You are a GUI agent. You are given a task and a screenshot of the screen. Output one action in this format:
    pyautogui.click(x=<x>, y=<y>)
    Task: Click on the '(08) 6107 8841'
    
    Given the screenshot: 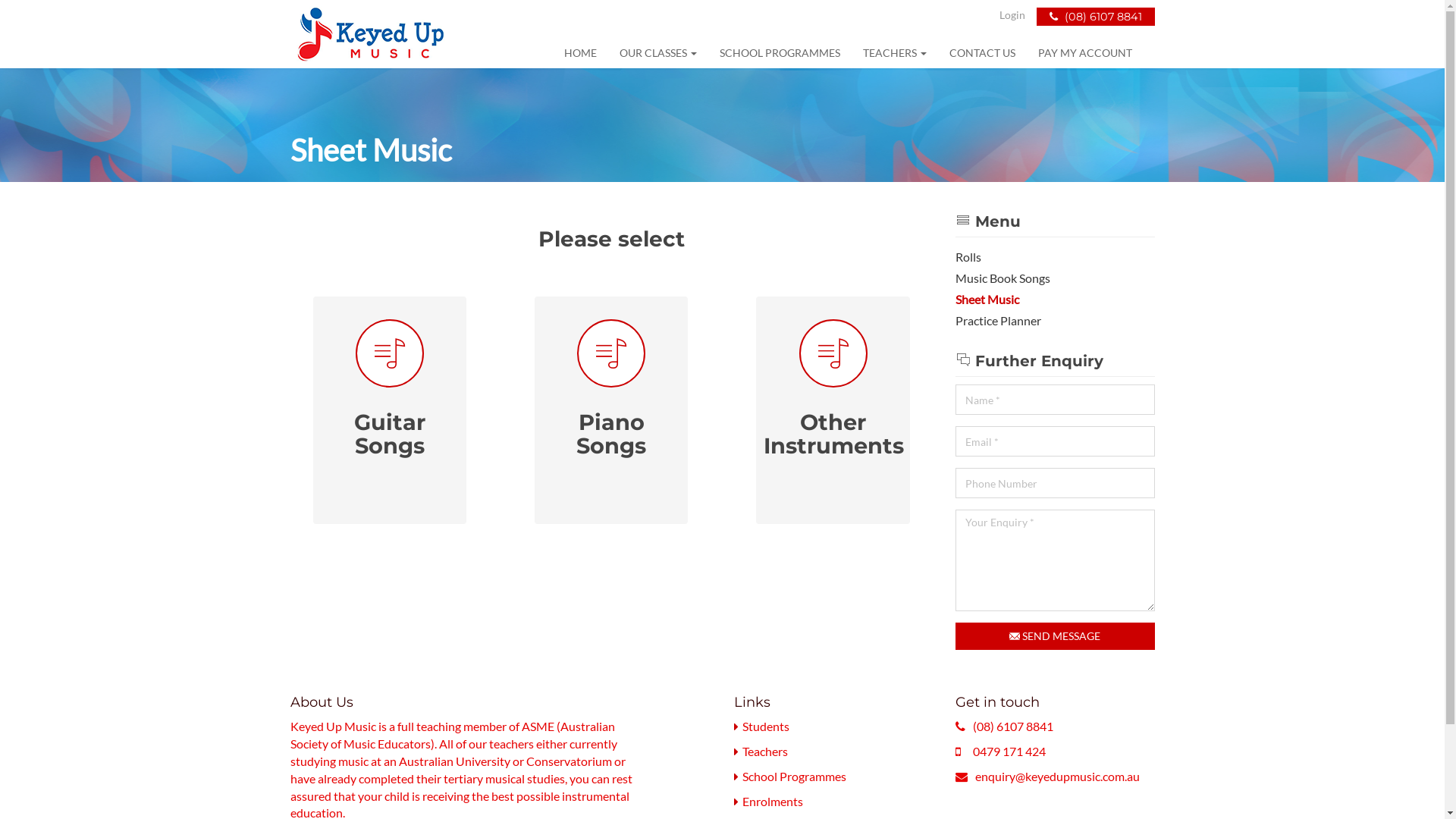 What is the action you would take?
    pyautogui.click(x=1012, y=725)
    